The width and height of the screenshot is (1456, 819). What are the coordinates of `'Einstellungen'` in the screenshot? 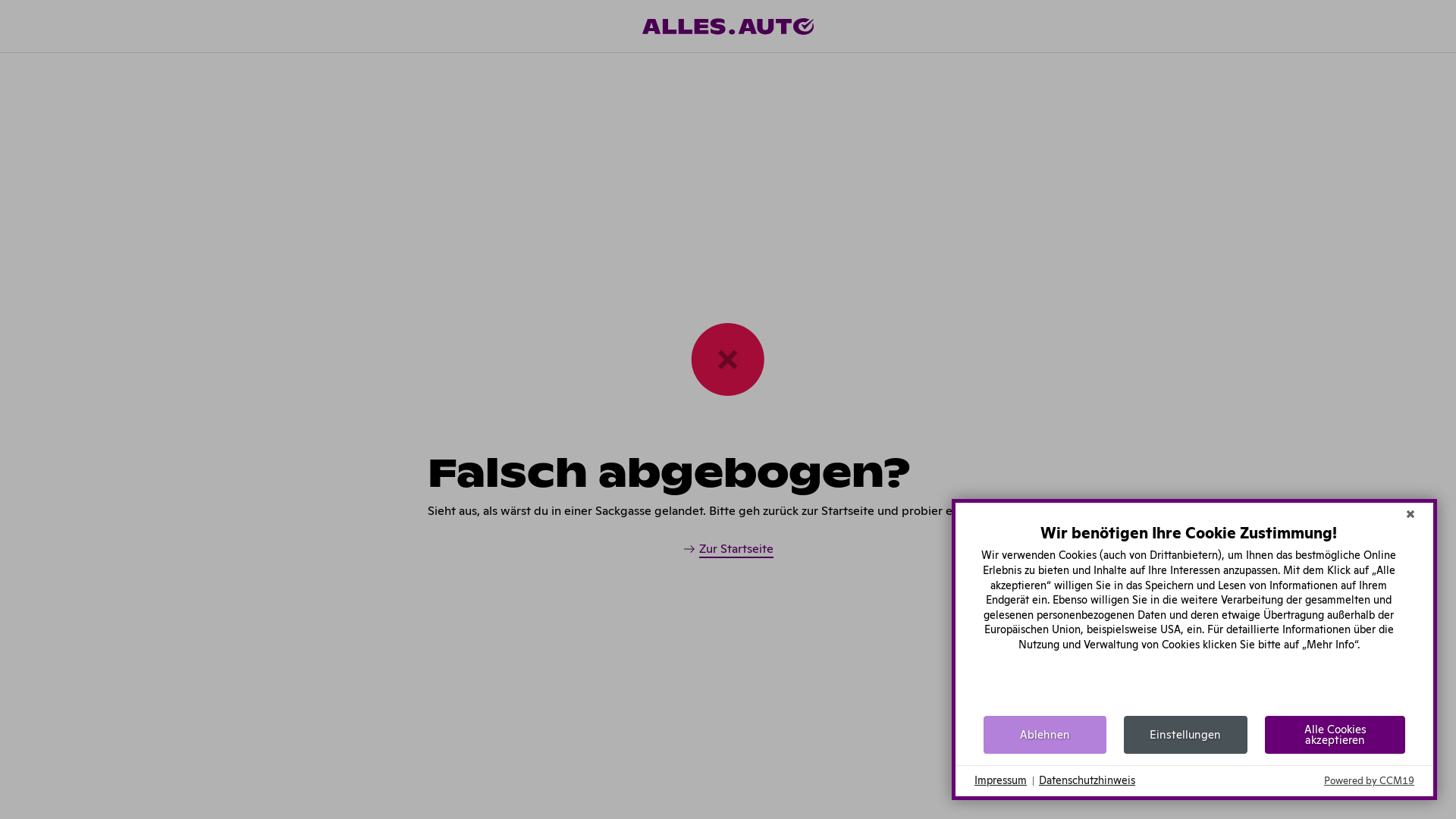 It's located at (1185, 733).